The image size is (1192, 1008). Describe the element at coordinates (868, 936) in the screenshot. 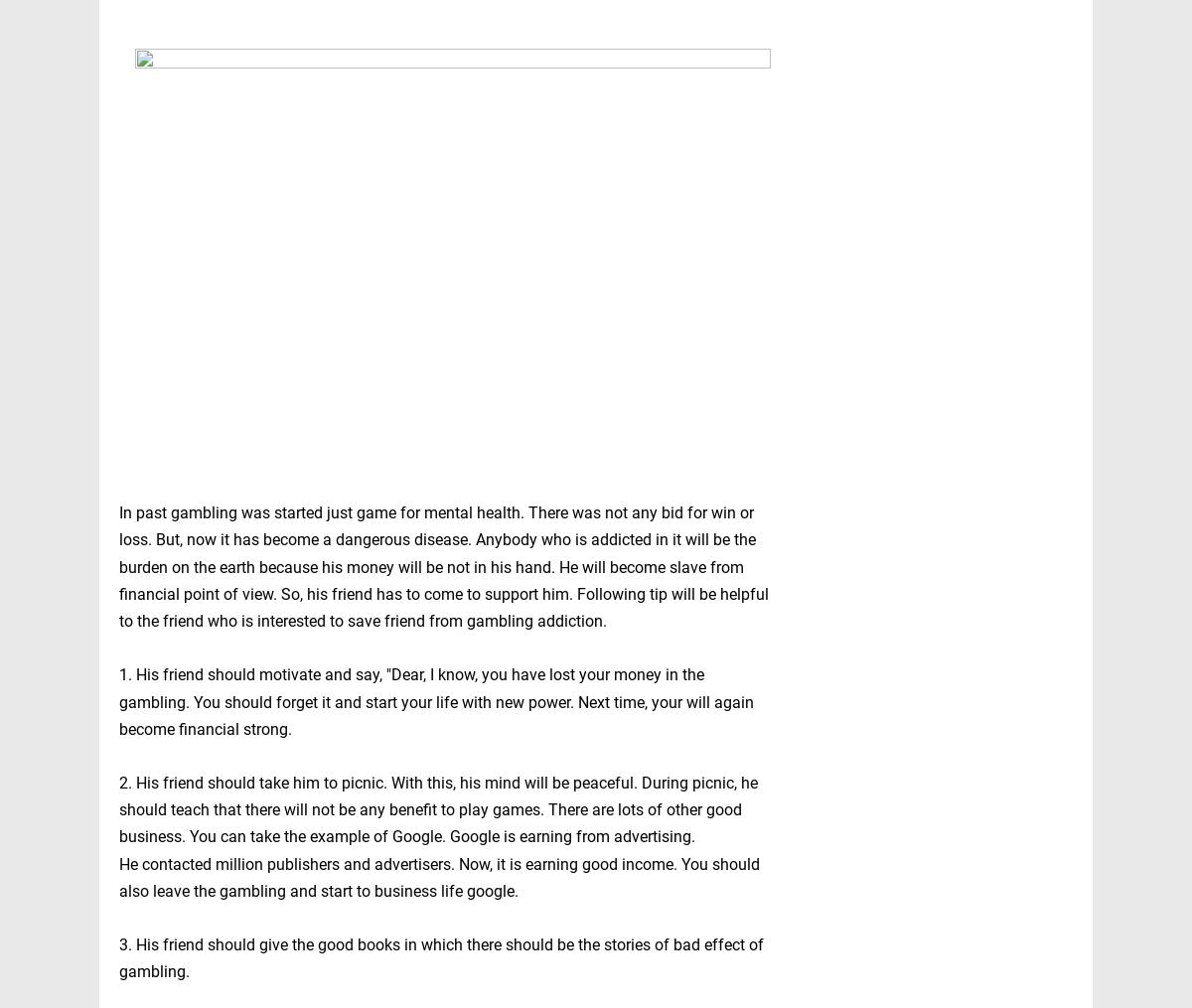

I see `'Air'` at that location.